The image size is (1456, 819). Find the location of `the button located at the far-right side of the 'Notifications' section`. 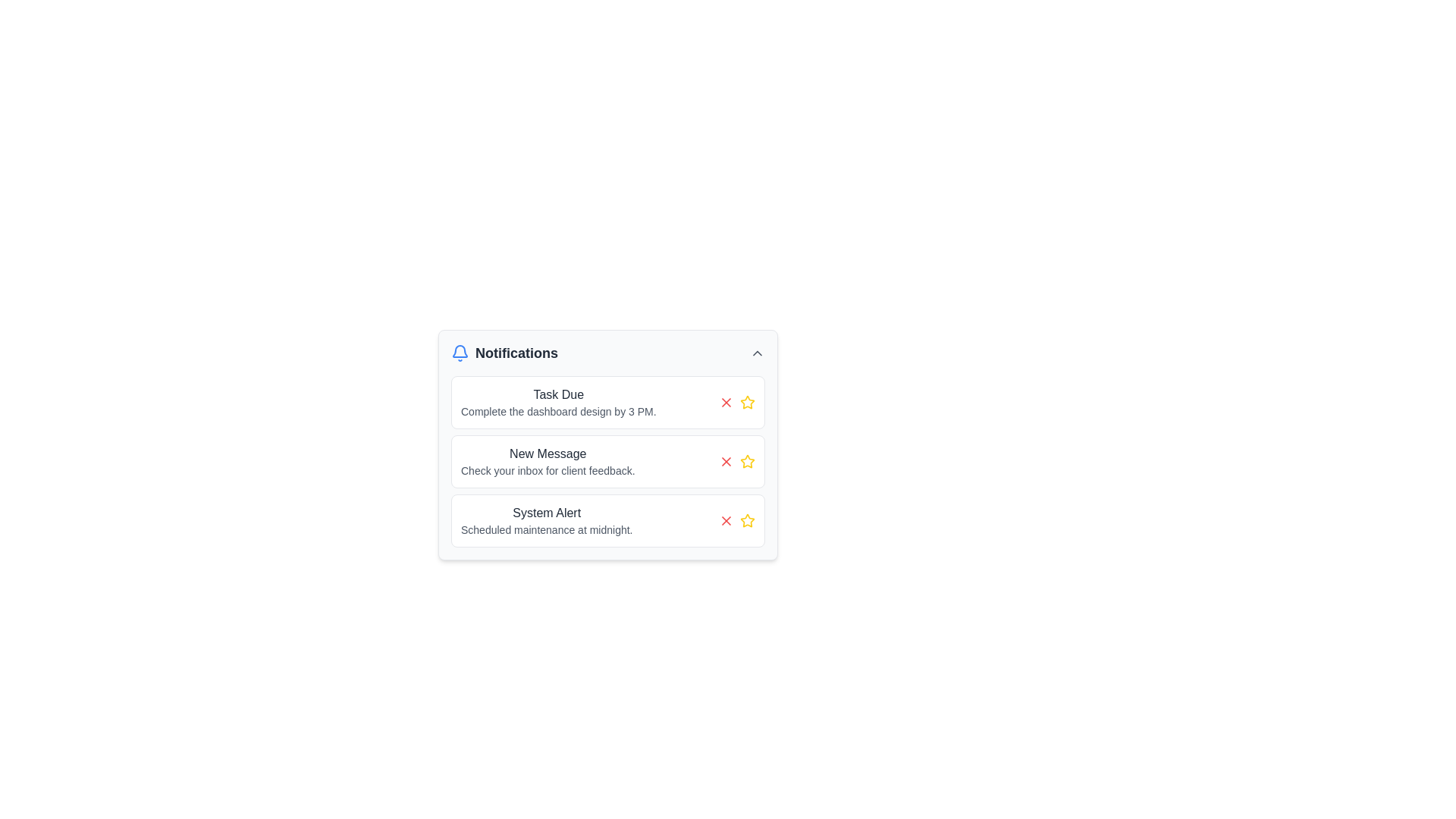

the button located at the far-right side of the 'Notifications' section is located at coordinates (757, 353).